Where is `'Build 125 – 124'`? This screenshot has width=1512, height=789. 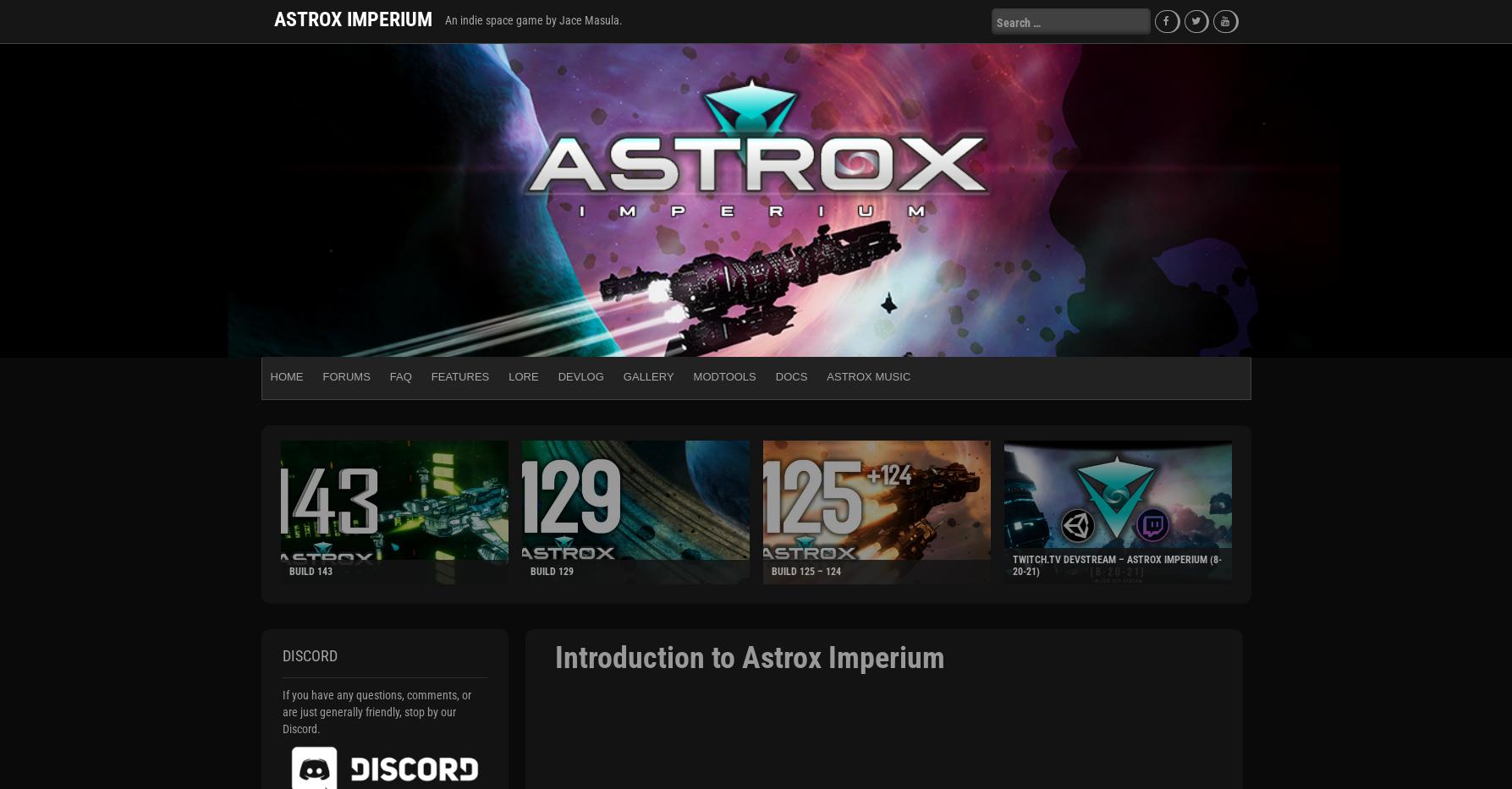 'Build 125 – 124' is located at coordinates (770, 571).